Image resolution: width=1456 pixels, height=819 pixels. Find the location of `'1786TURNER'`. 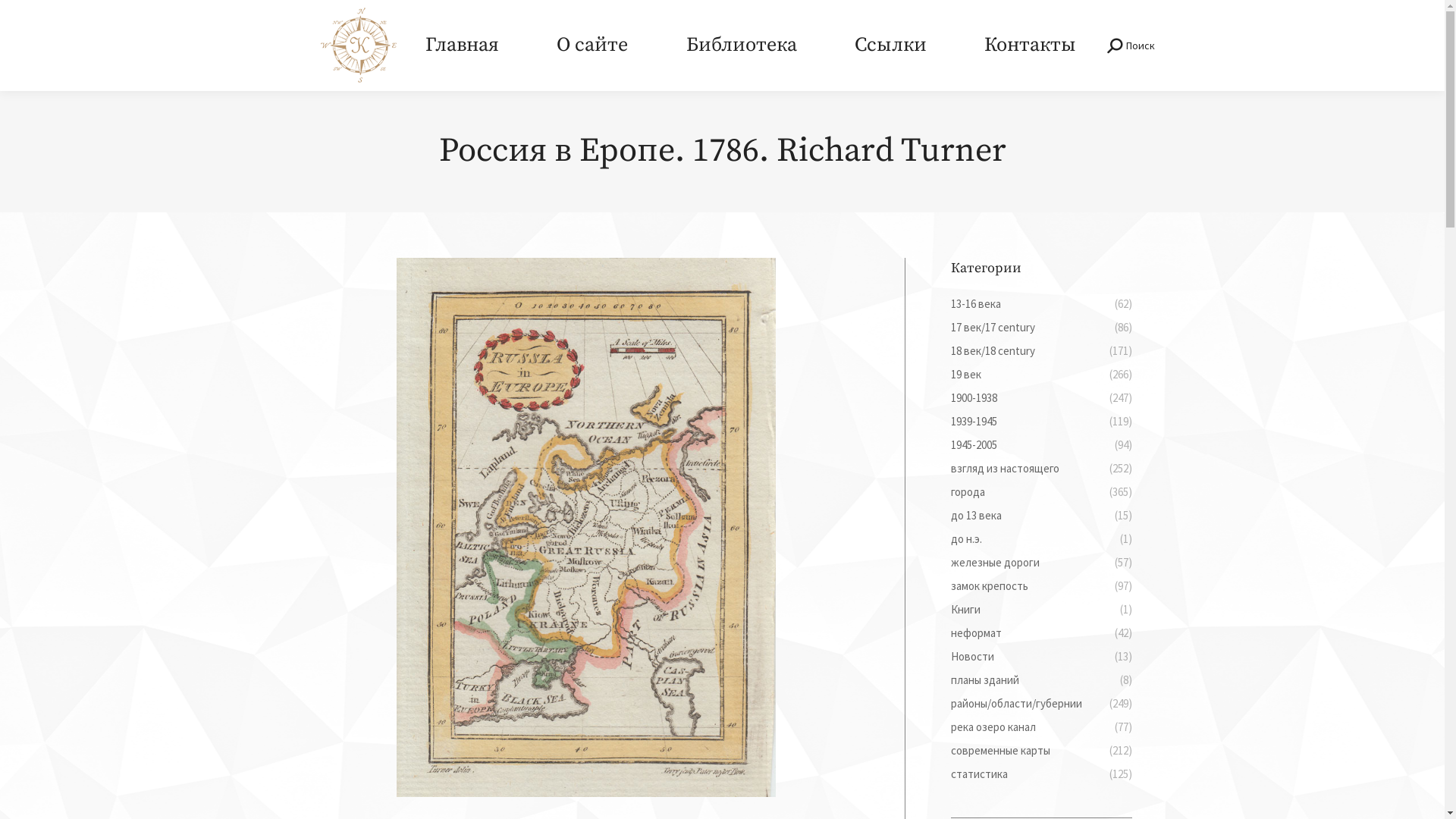

'1786TURNER' is located at coordinates (585, 526).